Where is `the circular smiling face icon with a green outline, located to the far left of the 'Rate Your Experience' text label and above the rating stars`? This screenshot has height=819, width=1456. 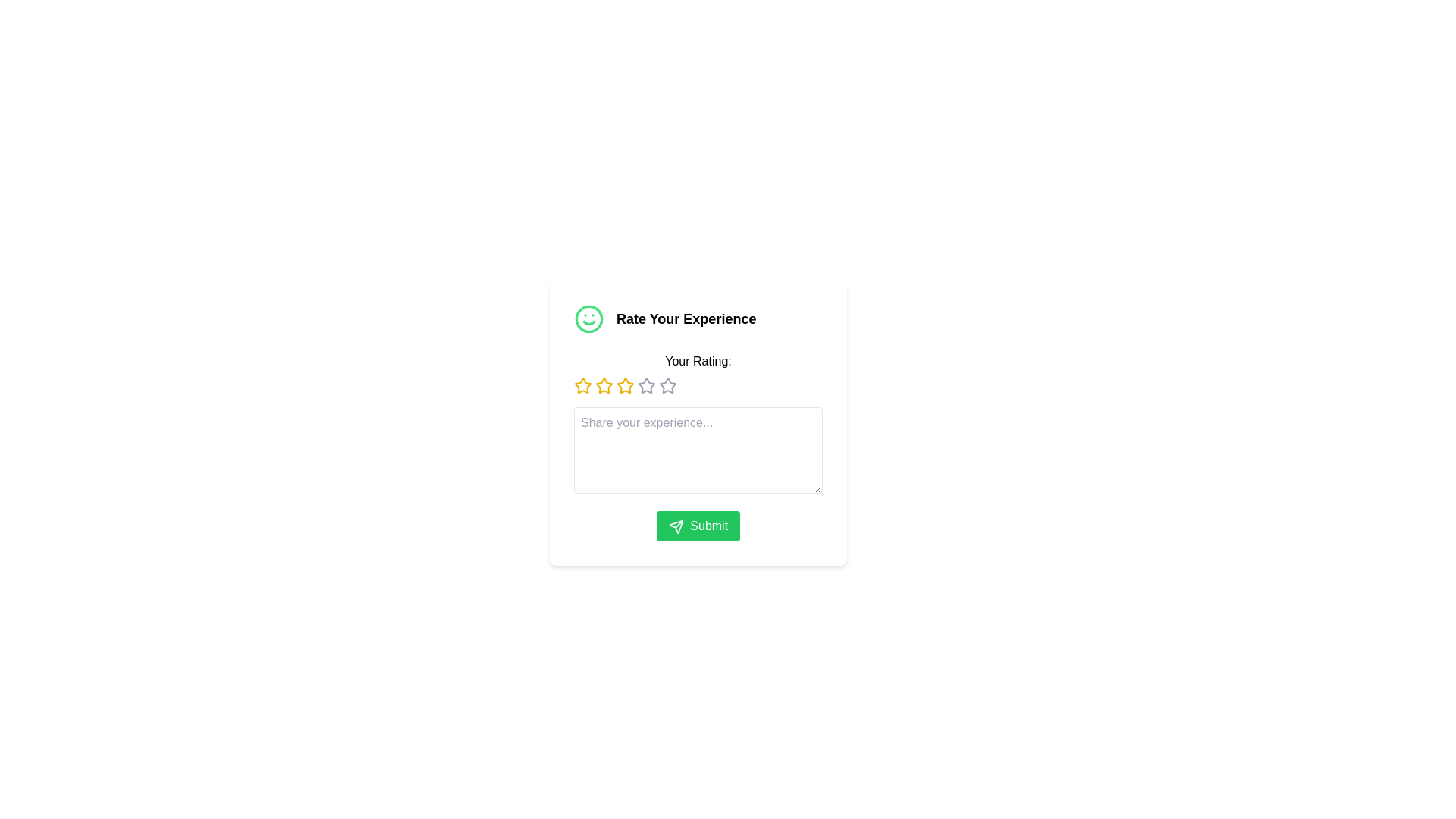
the circular smiling face icon with a green outline, located to the far left of the 'Rate Your Experience' text label and above the rating stars is located at coordinates (588, 318).